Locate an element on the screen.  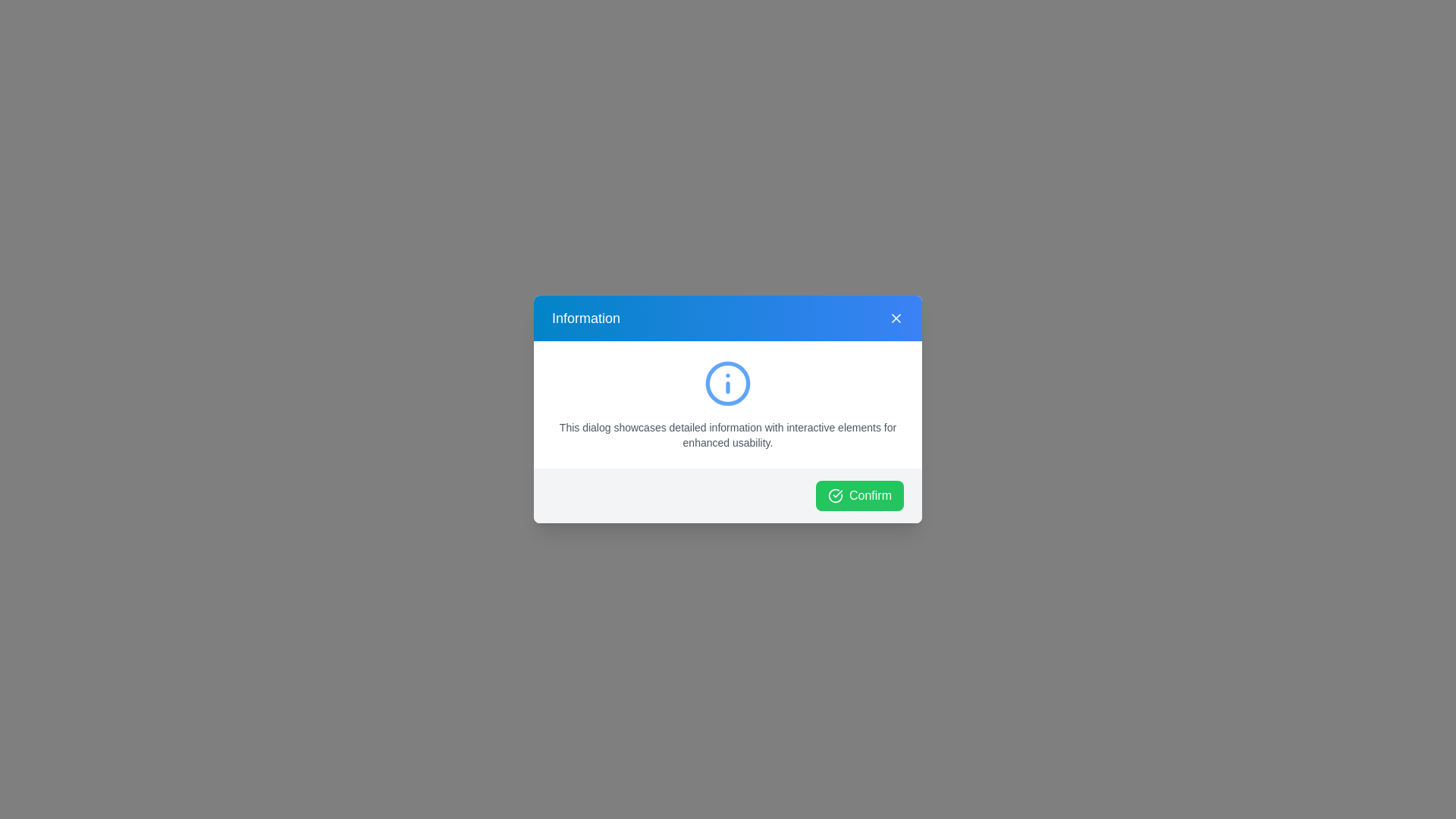
the circular green outlined icon with a checkmark, which is positioned to the left of the 'Confirm' button for tooltip or visual feedback is located at coordinates (834, 496).